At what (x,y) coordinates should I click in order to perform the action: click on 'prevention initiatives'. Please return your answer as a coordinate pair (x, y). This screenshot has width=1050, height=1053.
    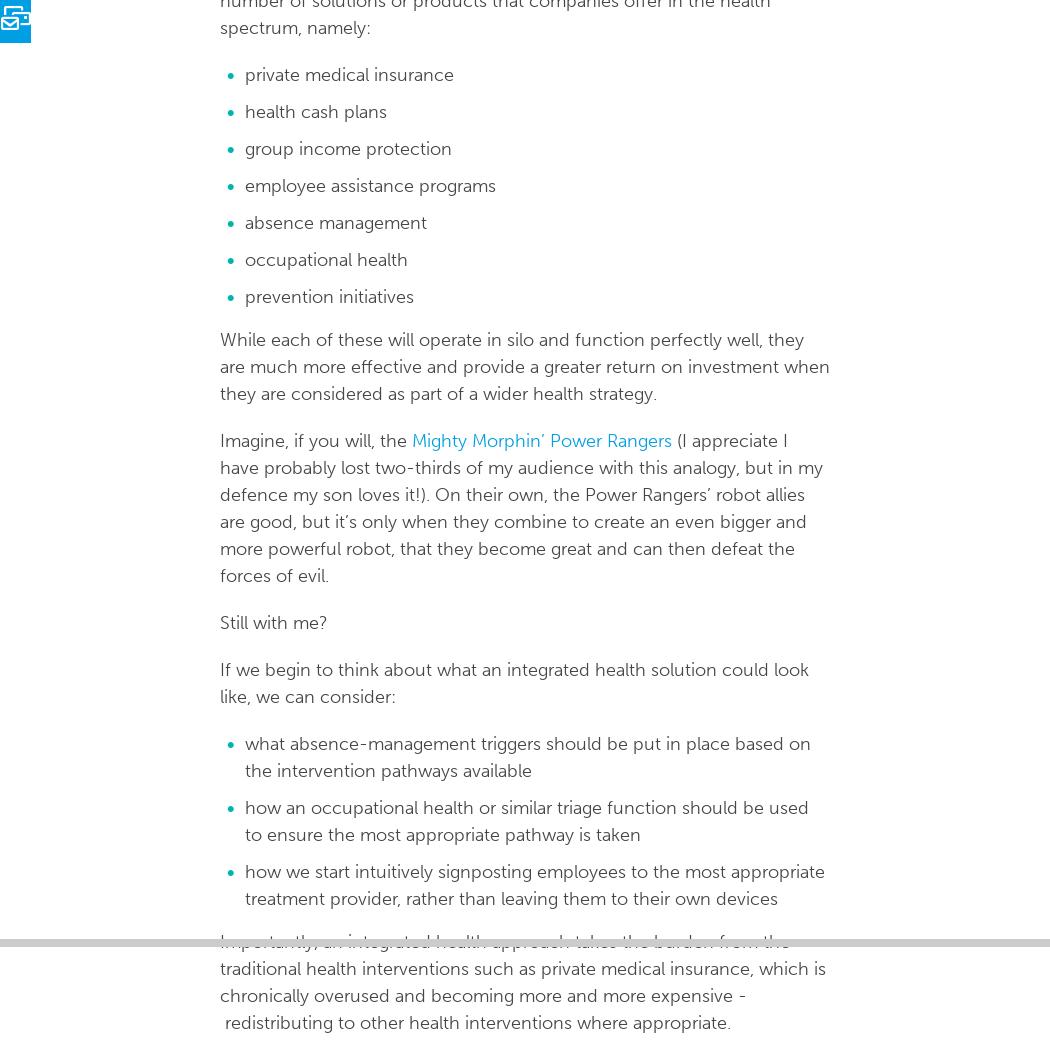
    Looking at the image, I should click on (328, 297).